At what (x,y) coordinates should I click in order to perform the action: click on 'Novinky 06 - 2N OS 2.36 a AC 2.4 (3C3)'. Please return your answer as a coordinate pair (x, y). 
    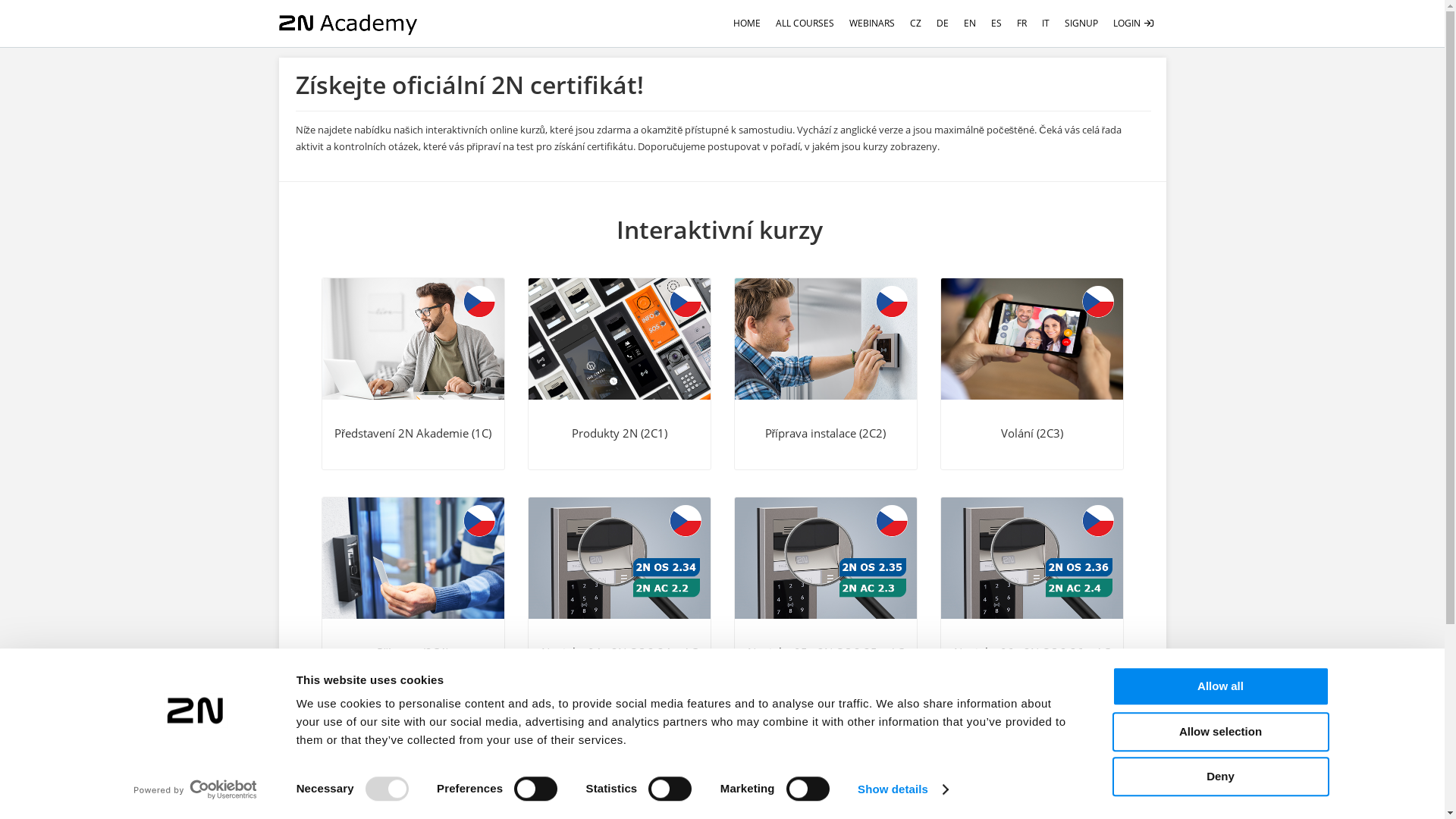
    Looking at the image, I should click on (1031, 592).